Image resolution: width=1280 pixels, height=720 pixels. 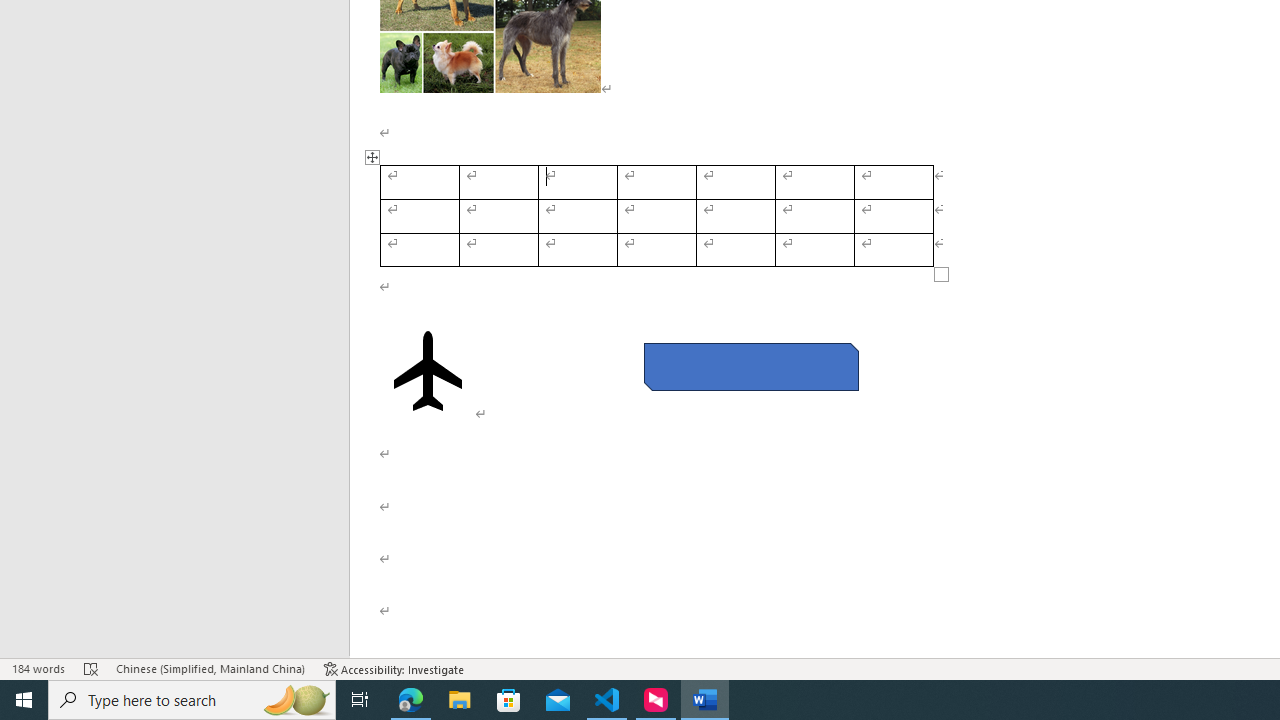 I want to click on 'Airplane with solid fill', so click(x=427, y=371).